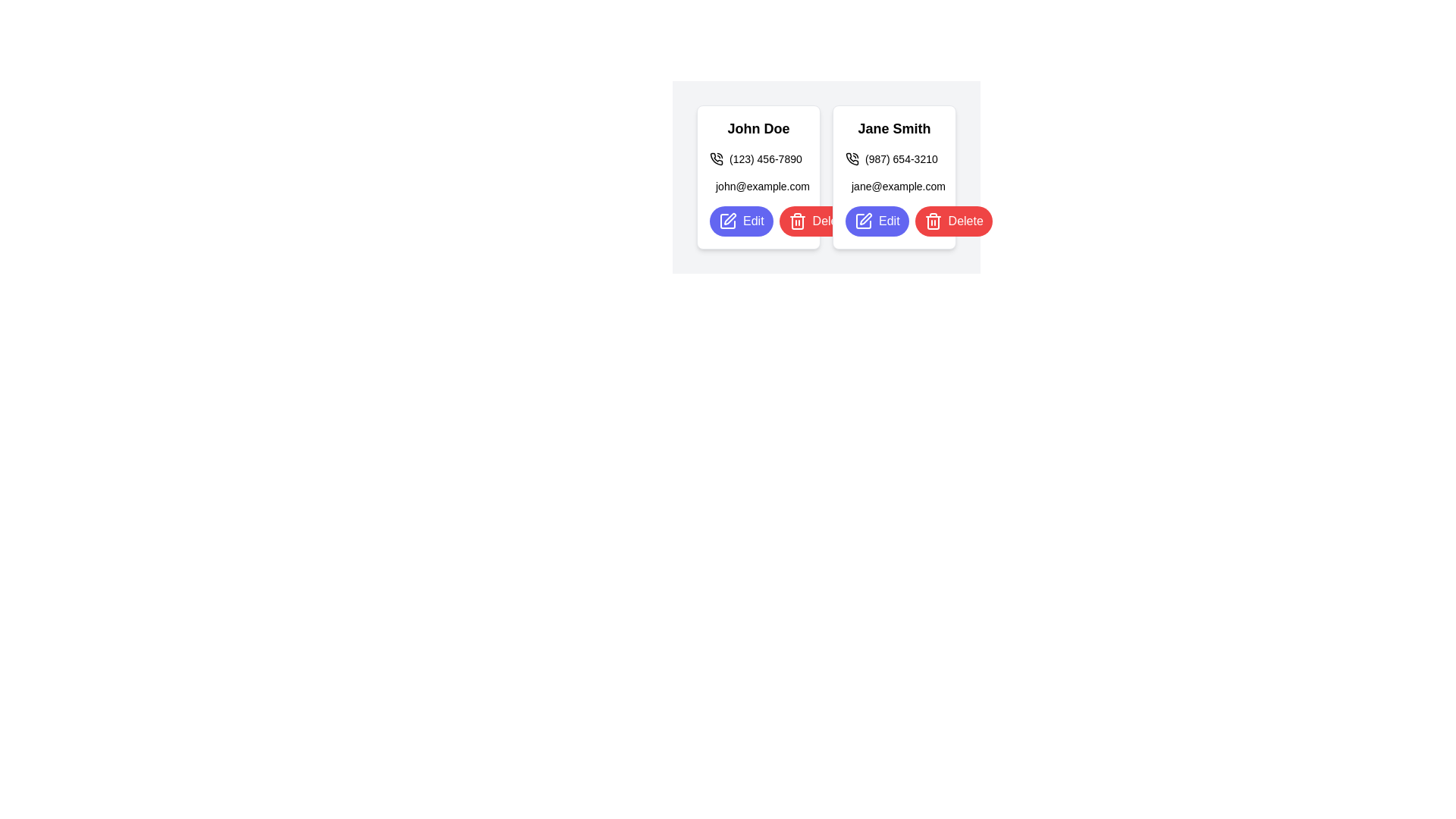 The width and height of the screenshot is (1456, 819). Describe the element at coordinates (952, 221) in the screenshot. I see `the delete button located as the second button` at that location.